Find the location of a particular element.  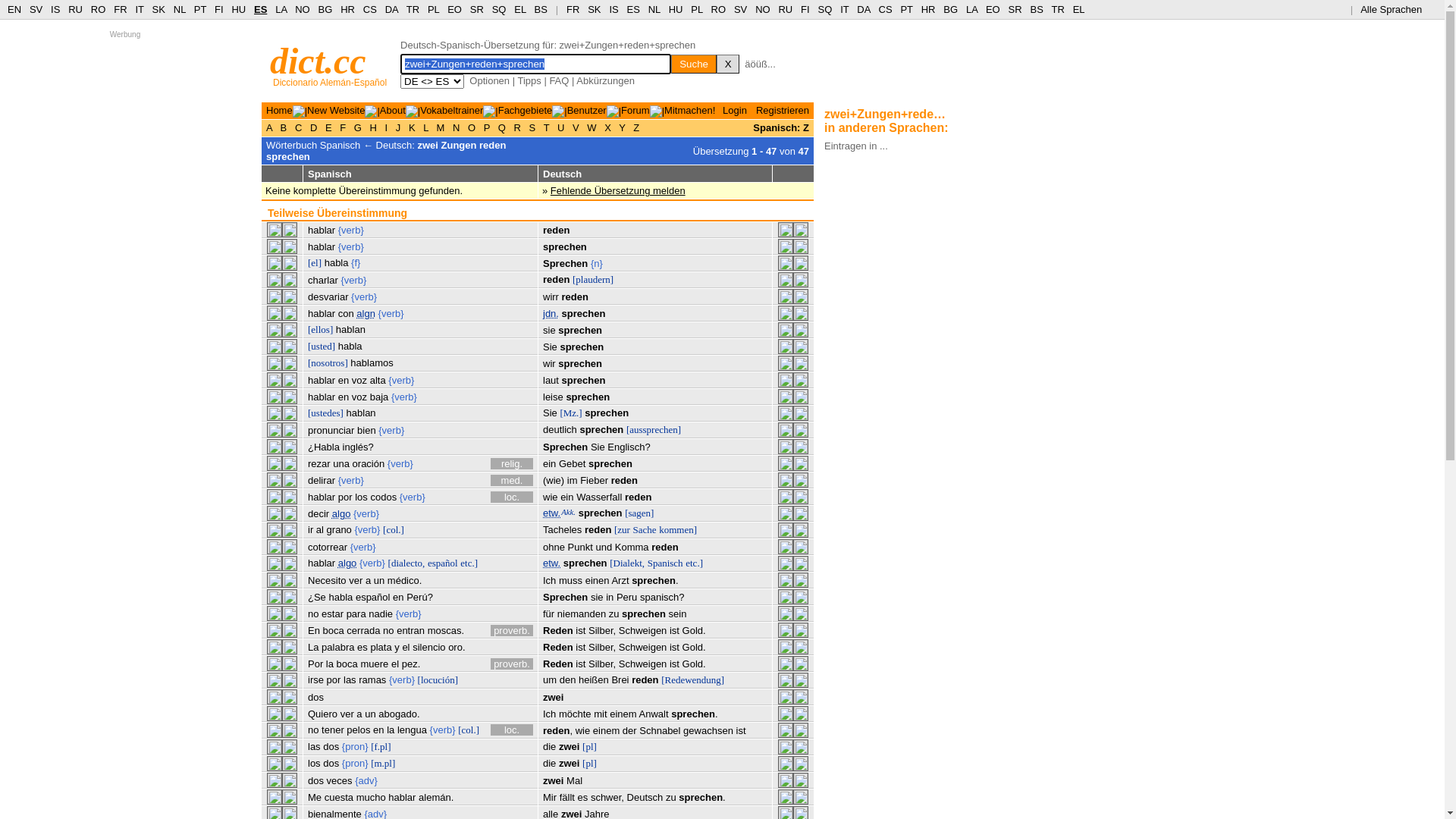

'sprechen' is located at coordinates (578, 429).